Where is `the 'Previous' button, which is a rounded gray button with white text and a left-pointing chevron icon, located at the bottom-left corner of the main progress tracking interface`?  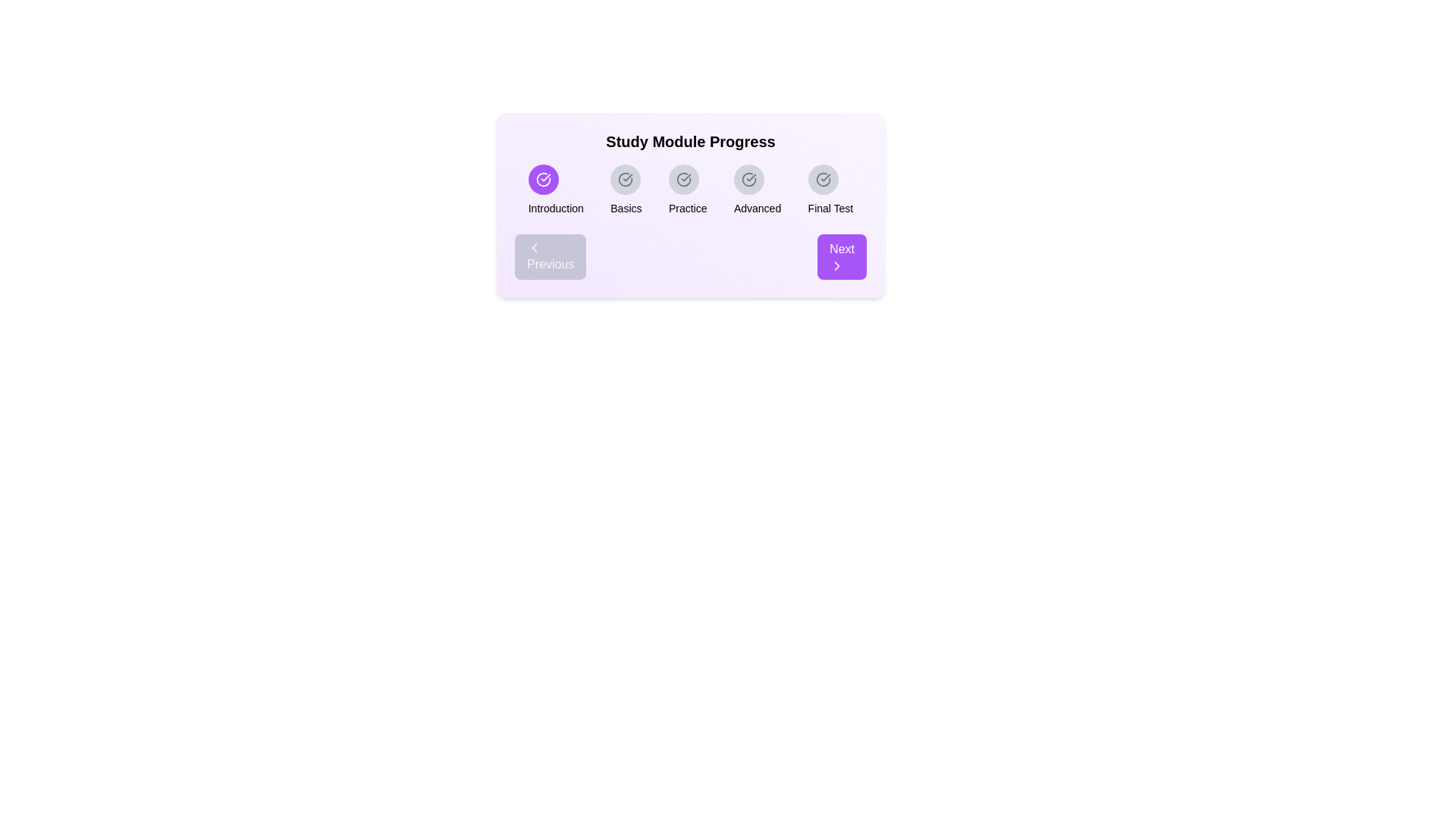
the 'Previous' button, which is a rounded gray button with white text and a left-pointing chevron icon, located at the bottom-left corner of the main progress tracking interface is located at coordinates (550, 256).